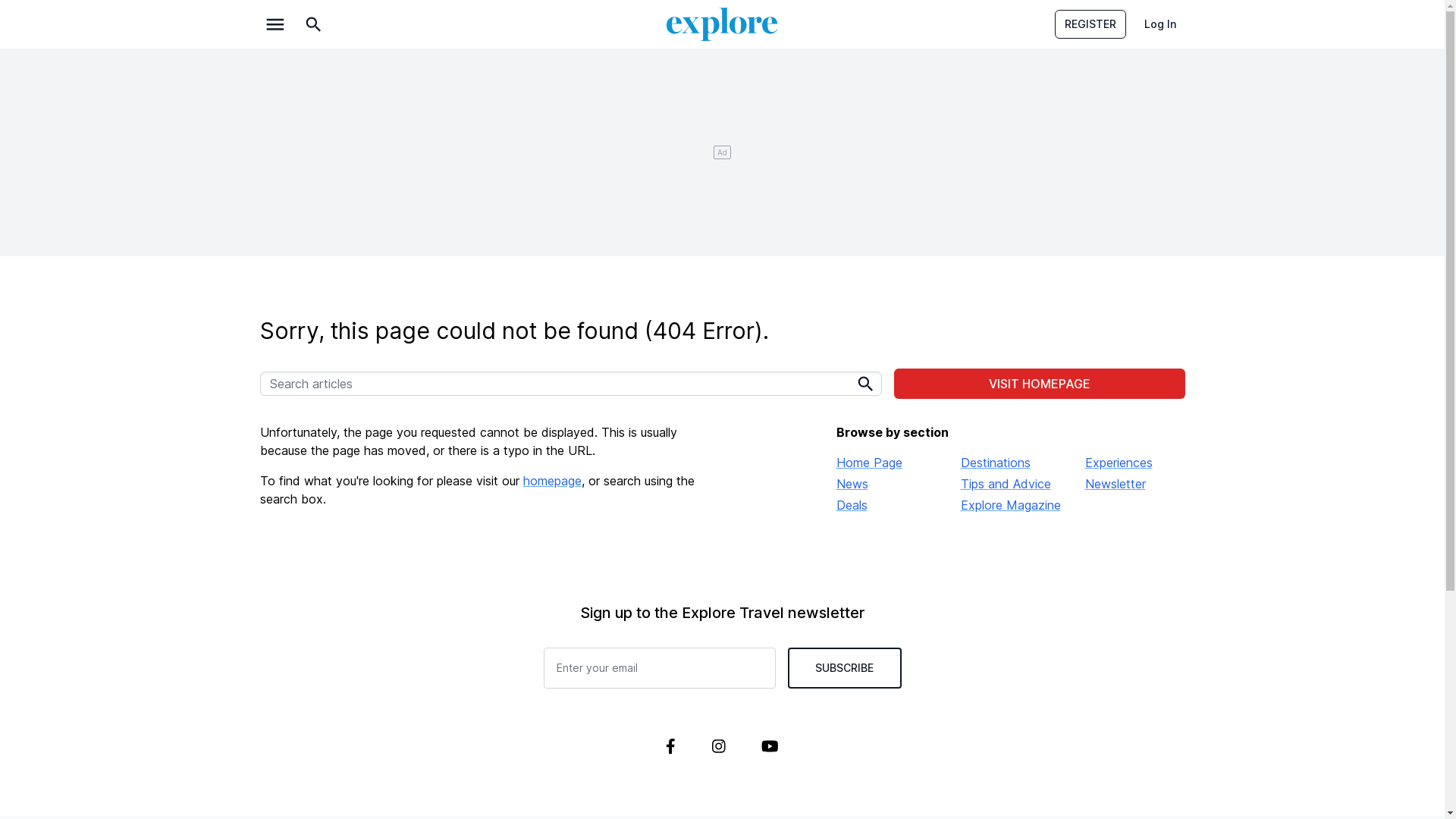 The height and width of the screenshot is (819, 1456). Describe the element at coordinates (1159, 24) in the screenshot. I see `'Log In'` at that location.